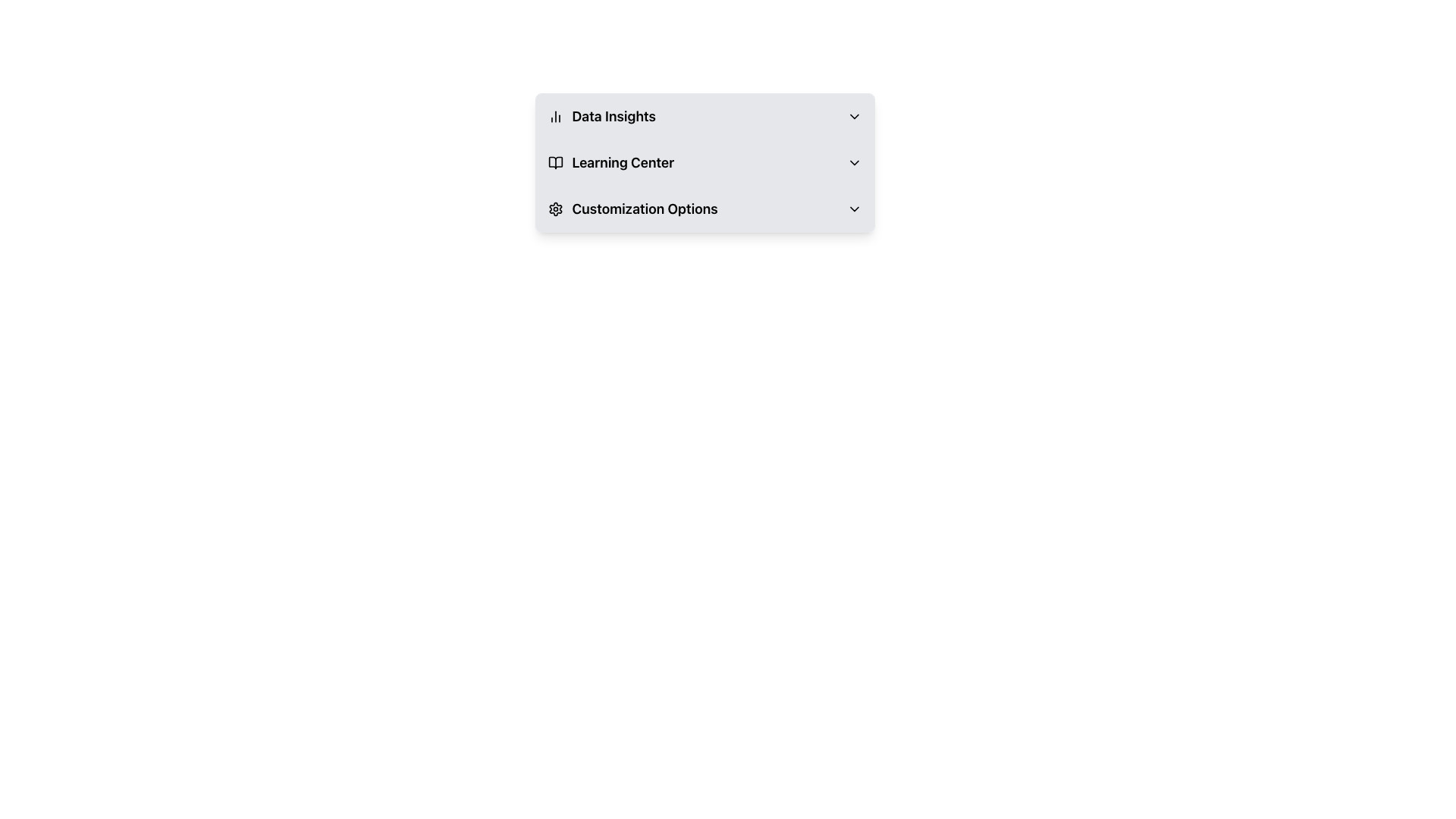 The image size is (1456, 819). What do you see at coordinates (554, 163) in the screenshot?
I see `the open book icon located to the left of the 'Learning Center' text in the dropdown menu` at bounding box center [554, 163].